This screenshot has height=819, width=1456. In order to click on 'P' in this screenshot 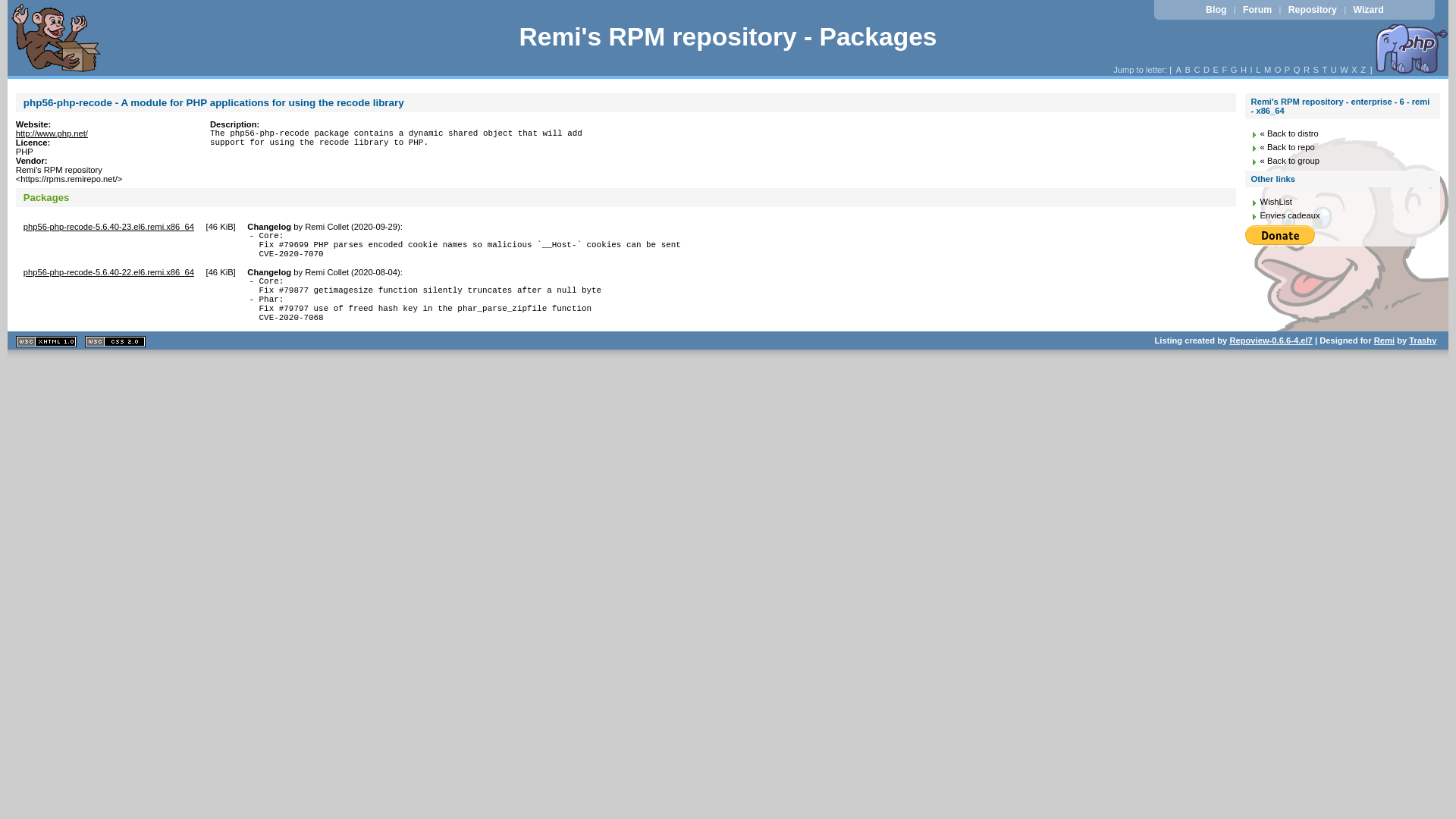, I will do `click(1287, 70)`.